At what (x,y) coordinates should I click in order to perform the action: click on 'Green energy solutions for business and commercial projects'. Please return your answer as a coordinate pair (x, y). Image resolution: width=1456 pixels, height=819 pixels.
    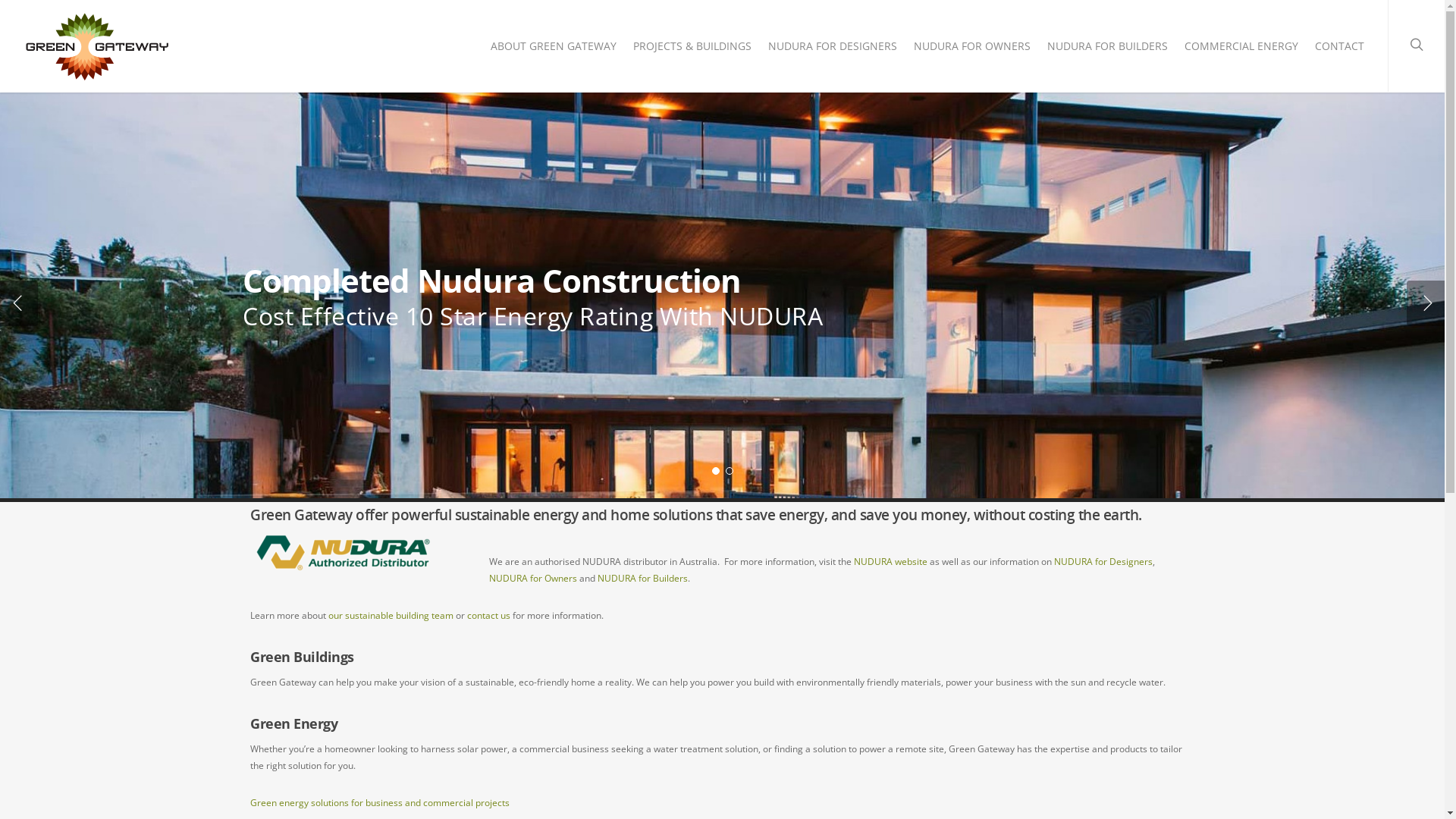
    Looking at the image, I should click on (379, 802).